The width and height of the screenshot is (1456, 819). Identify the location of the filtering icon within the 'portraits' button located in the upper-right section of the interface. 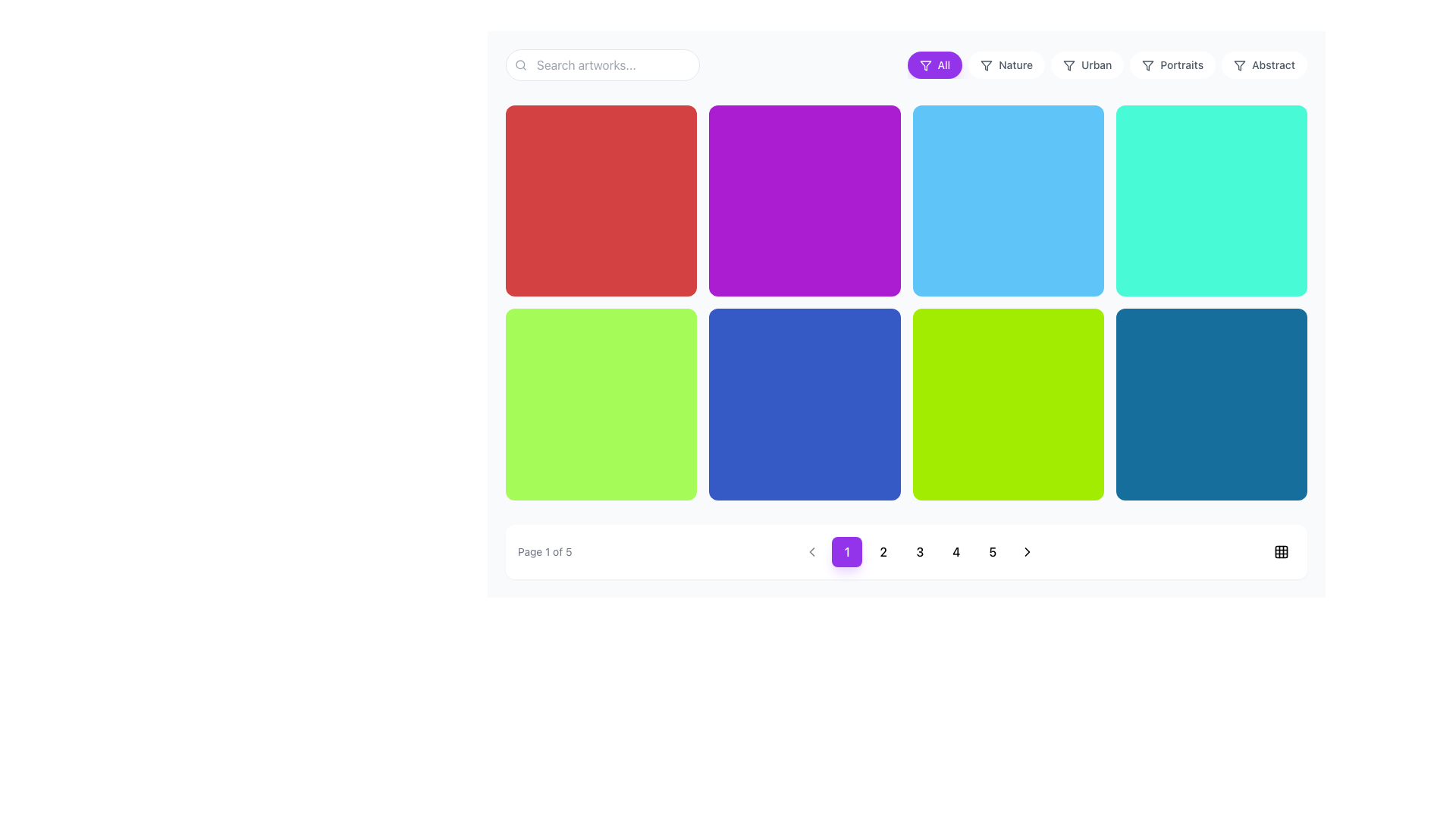
(1148, 65).